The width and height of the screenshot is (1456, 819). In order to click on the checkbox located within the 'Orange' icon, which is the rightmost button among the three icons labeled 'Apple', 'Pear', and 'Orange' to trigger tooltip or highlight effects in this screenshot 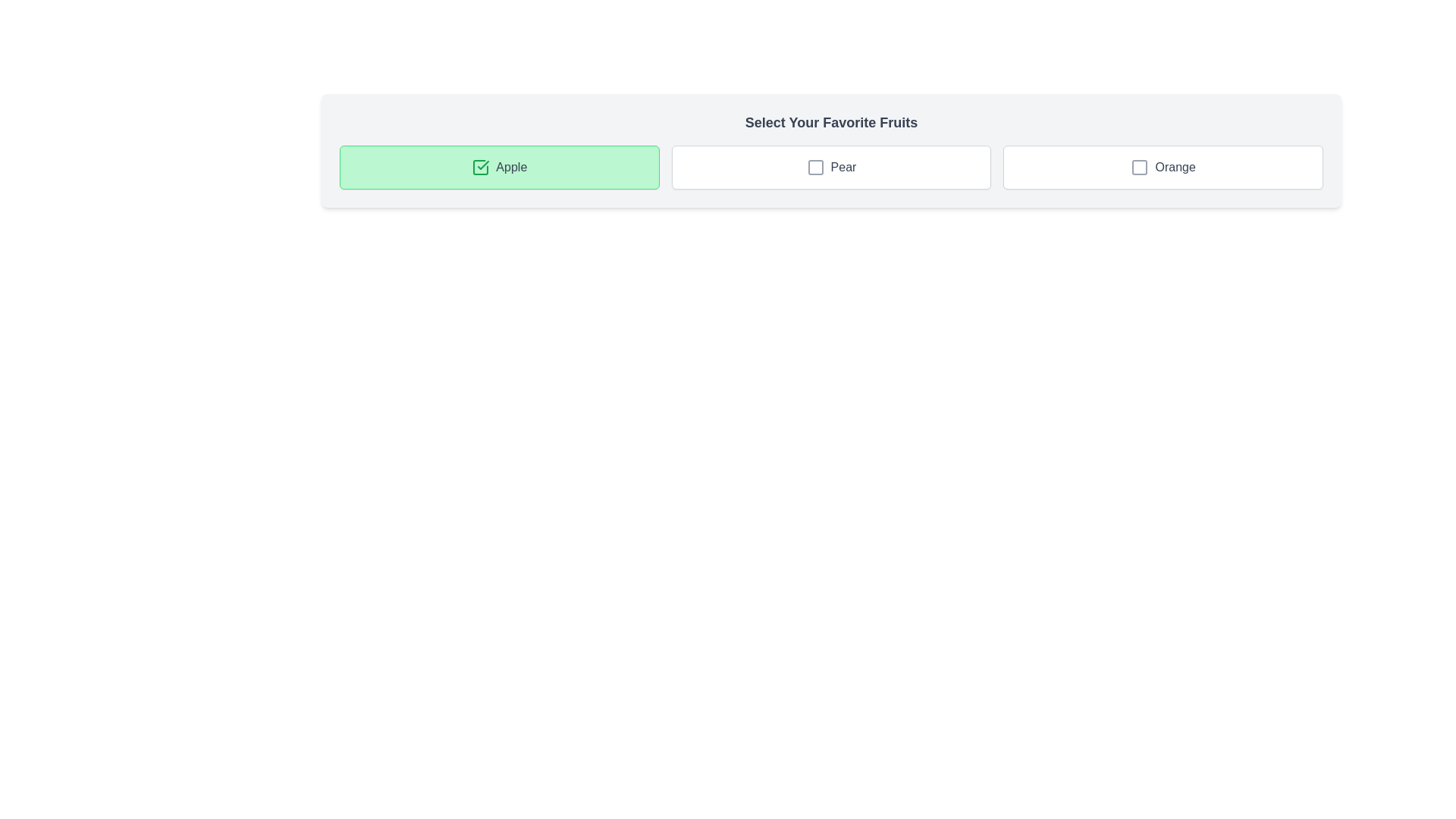, I will do `click(1140, 167)`.